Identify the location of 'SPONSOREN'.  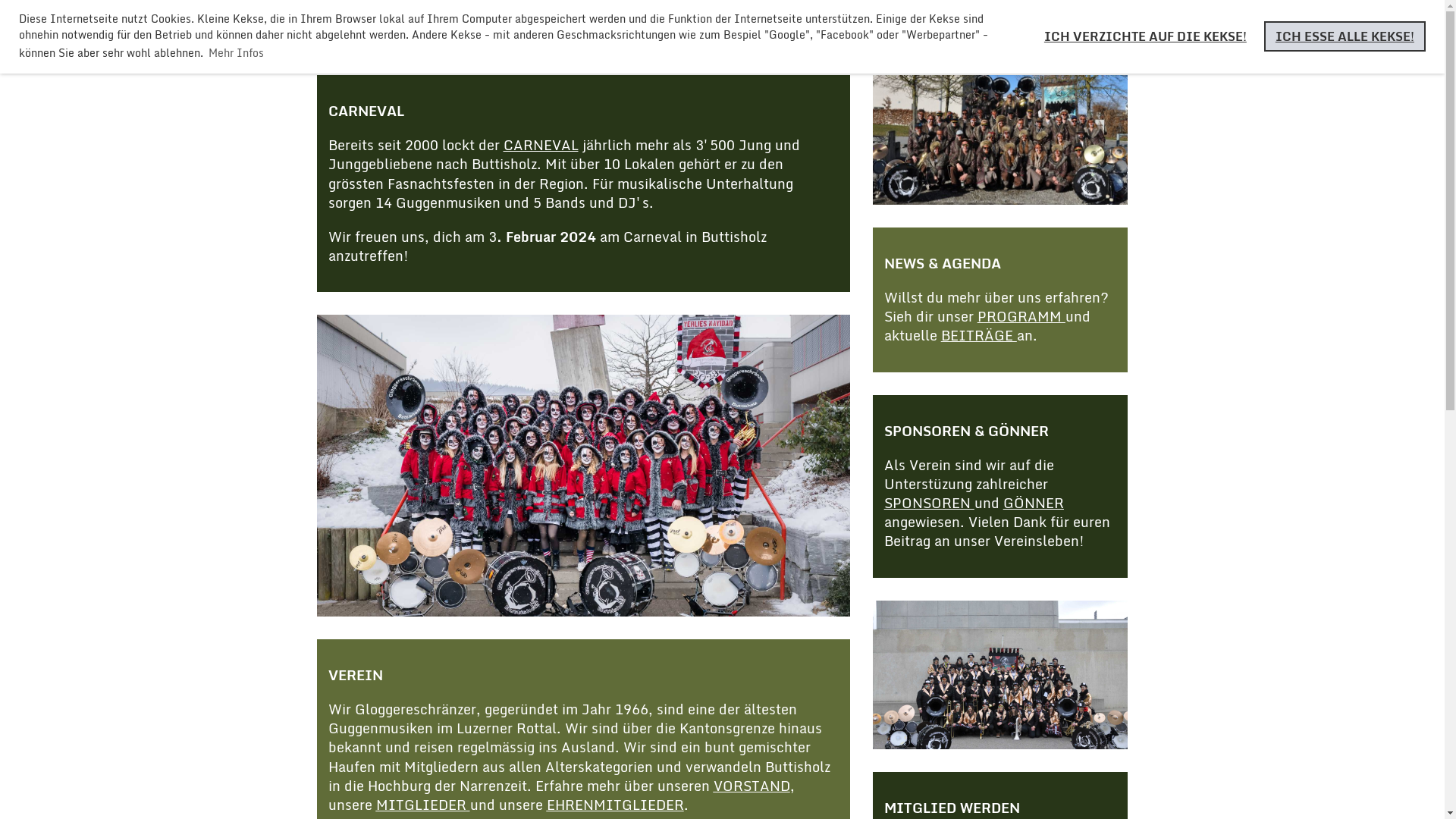
(928, 503).